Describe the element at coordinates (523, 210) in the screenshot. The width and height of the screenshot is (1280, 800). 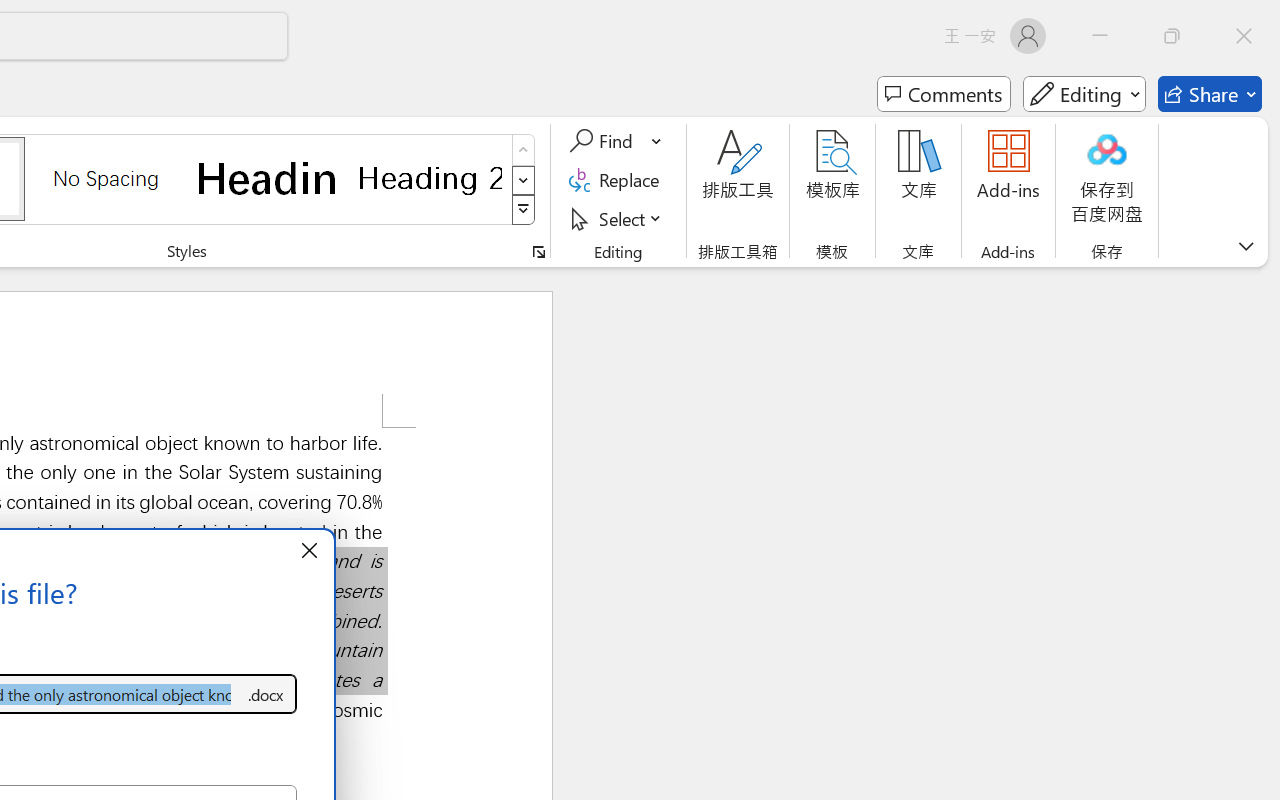
I see `'Styles'` at that location.